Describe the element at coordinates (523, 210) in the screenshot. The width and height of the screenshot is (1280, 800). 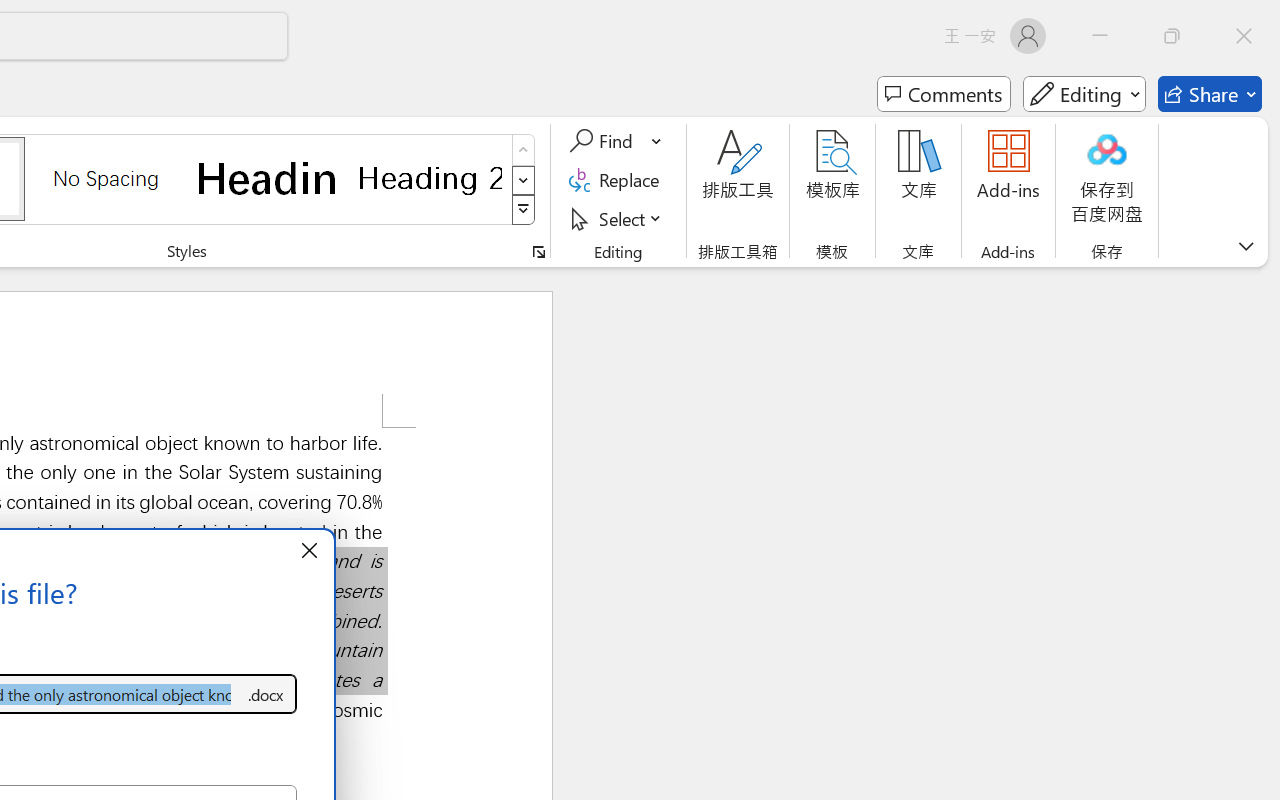
I see `'Styles'` at that location.